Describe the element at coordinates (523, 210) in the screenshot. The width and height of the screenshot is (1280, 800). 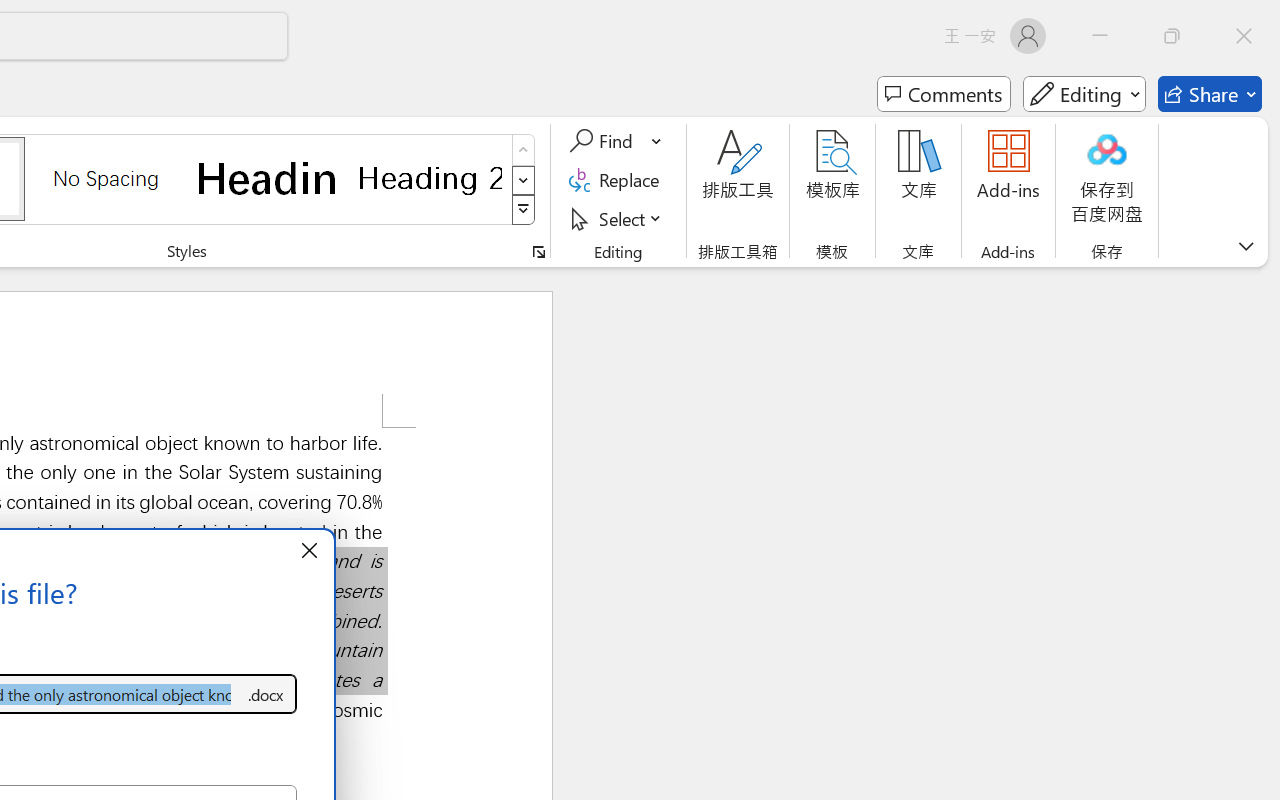
I see `'Styles'` at that location.